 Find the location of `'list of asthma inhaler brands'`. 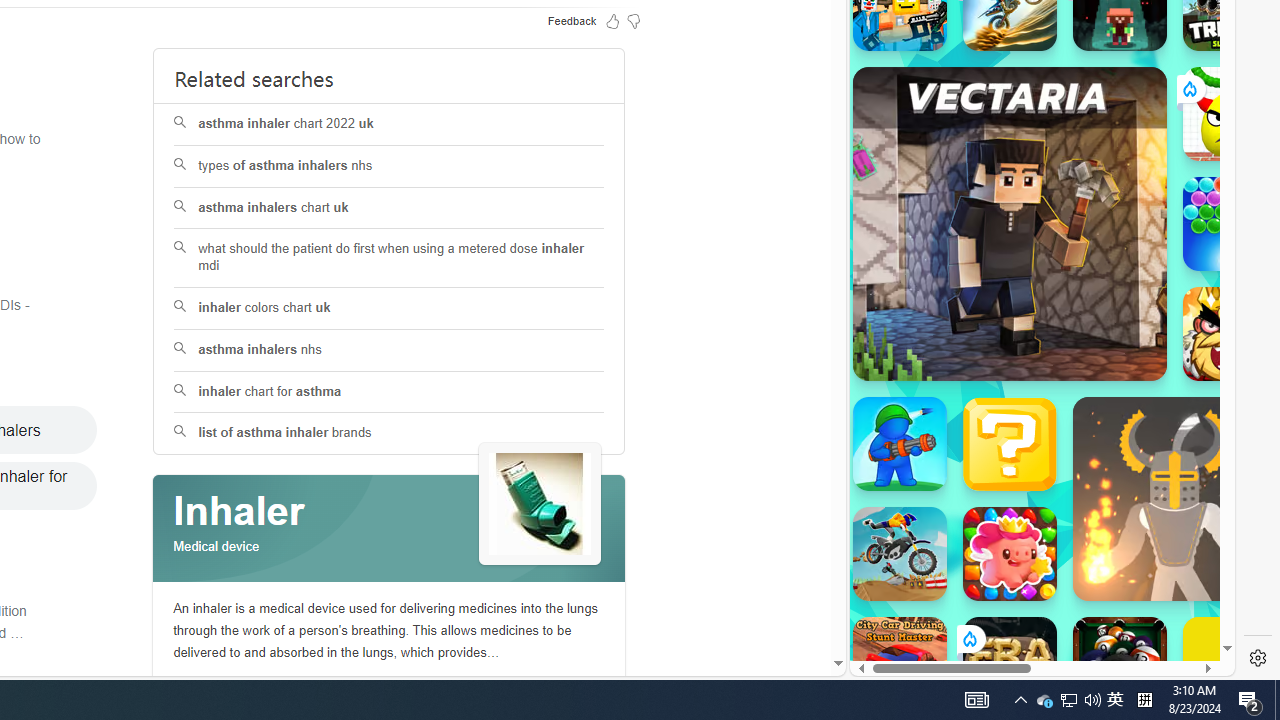

'list of asthma inhaler brands' is located at coordinates (389, 433).